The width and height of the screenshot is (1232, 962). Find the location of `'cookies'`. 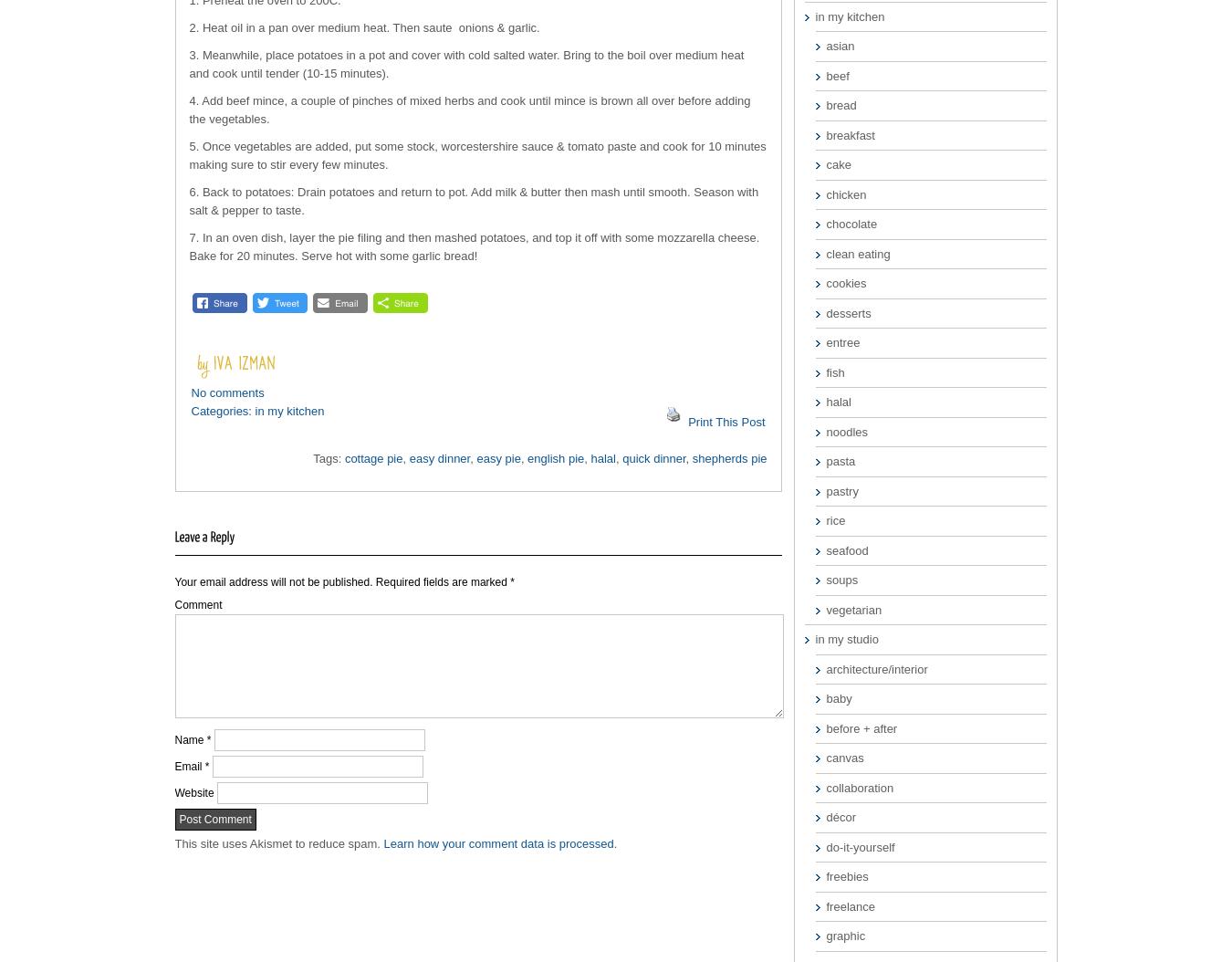

'cookies' is located at coordinates (845, 282).